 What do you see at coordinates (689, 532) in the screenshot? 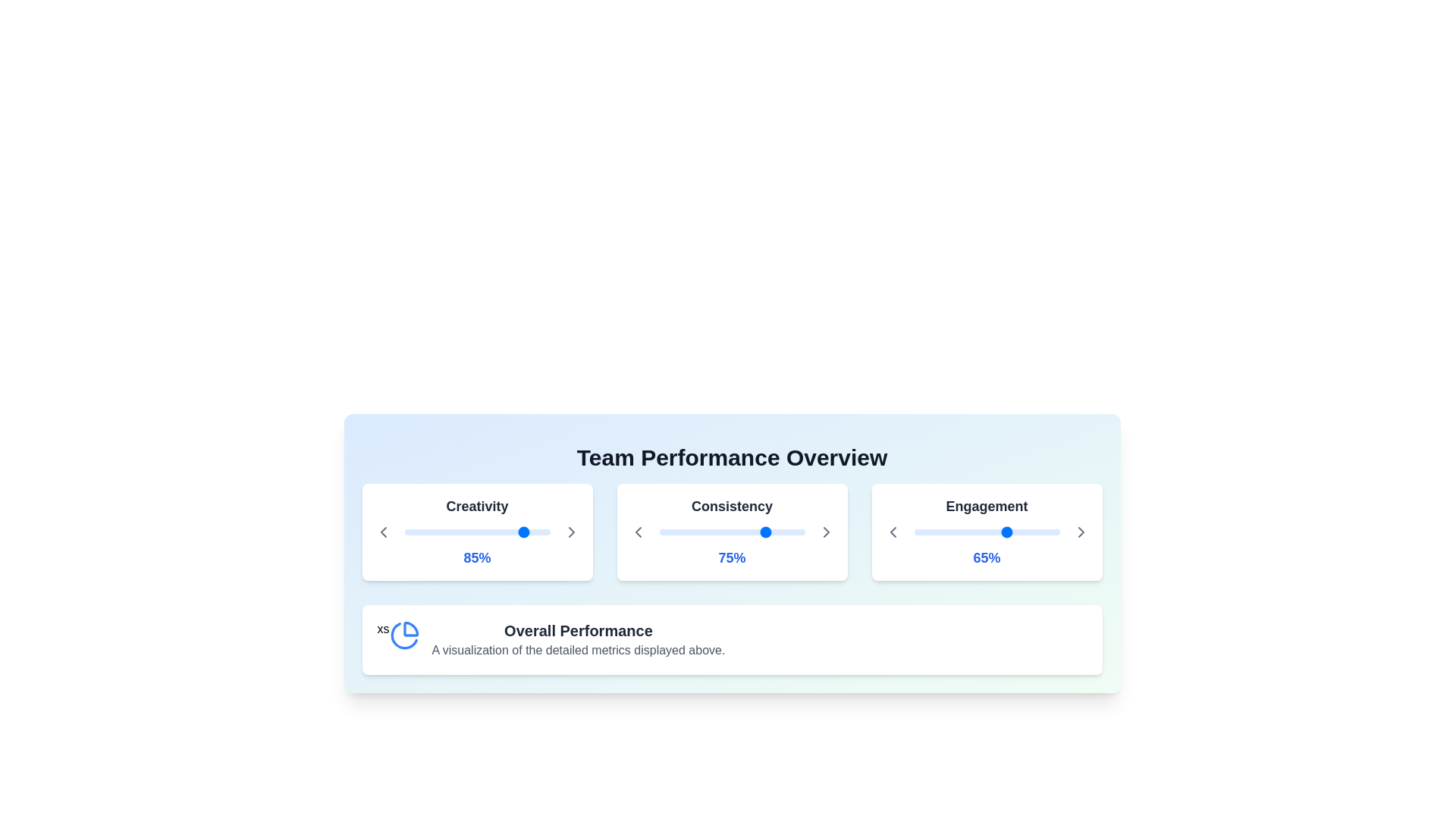
I see `the consistency score` at bounding box center [689, 532].